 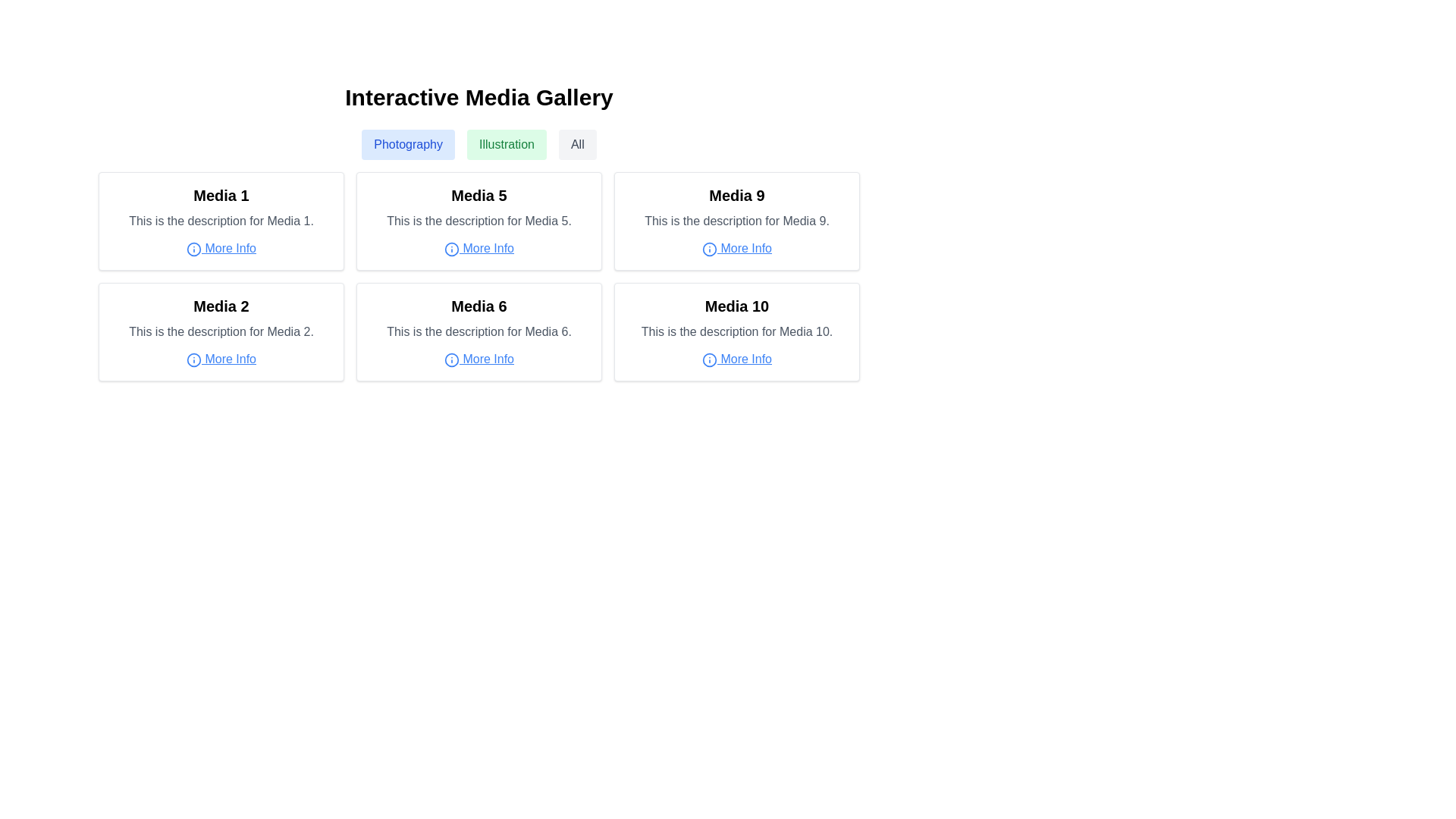 What do you see at coordinates (479, 331) in the screenshot?
I see `the gray text label displaying 'This is the description for Media 6', located in the second column and second row of the grid, positioned beneath the title 'Media 6' and above the 'More Info' link` at bounding box center [479, 331].